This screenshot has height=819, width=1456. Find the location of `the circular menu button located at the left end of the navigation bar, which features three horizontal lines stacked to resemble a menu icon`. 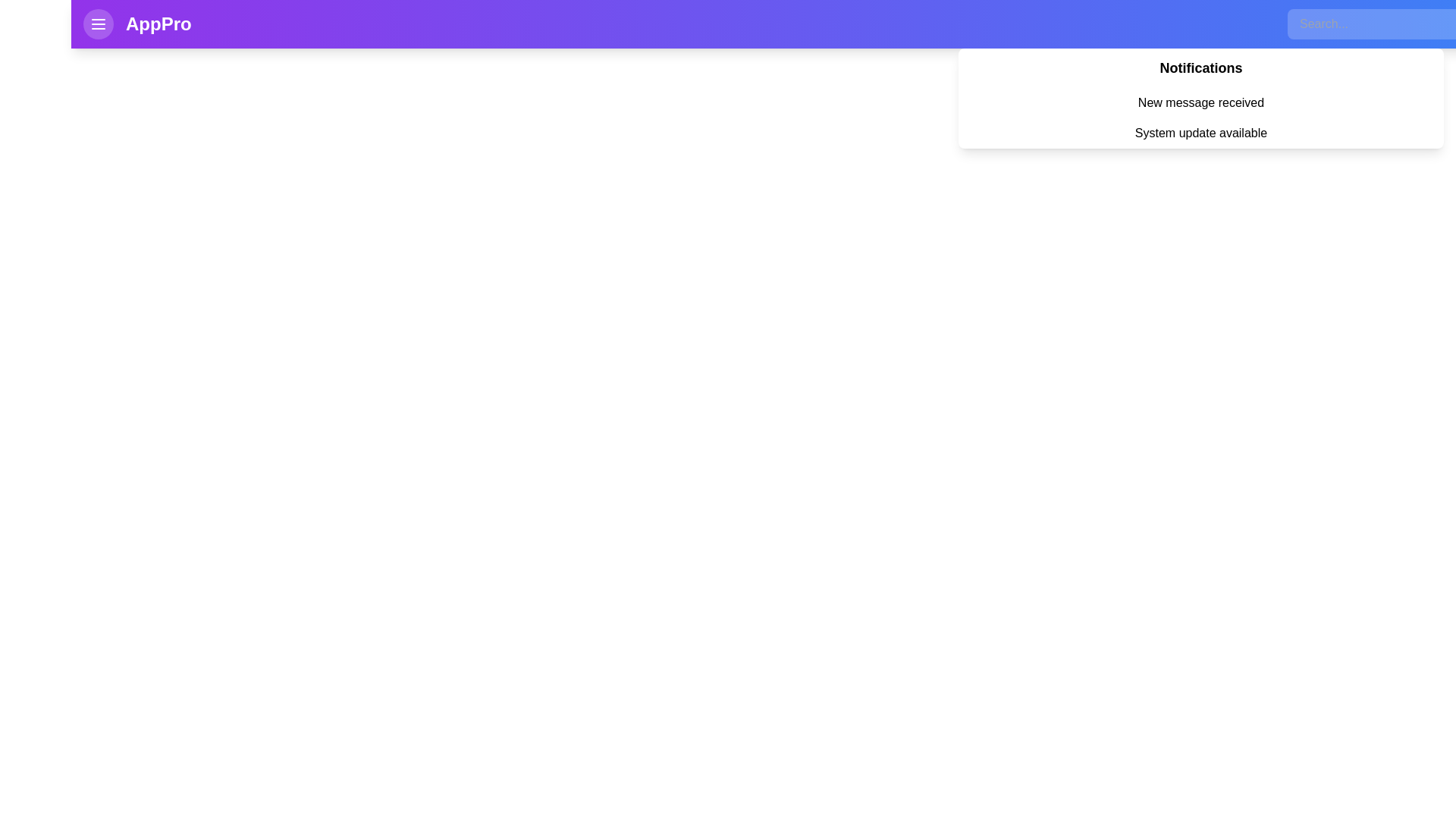

the circular menu button located at the left end of the navigation bar, which features three horizontal lines stacked to resemble a menu icon is located at coordinates (97, 24).